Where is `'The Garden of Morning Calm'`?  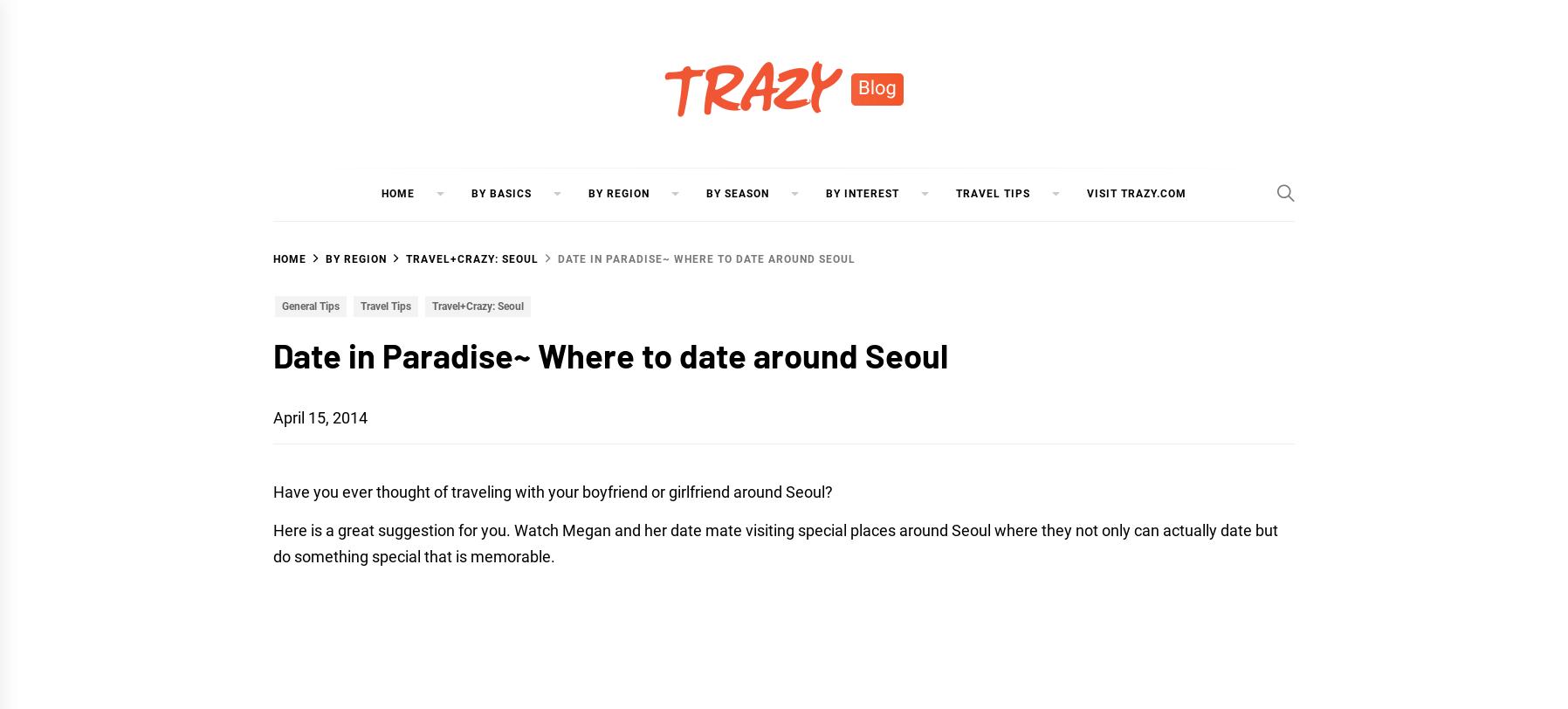
'The Garden of Morning Calm' is located at coordinates (1031, 307).